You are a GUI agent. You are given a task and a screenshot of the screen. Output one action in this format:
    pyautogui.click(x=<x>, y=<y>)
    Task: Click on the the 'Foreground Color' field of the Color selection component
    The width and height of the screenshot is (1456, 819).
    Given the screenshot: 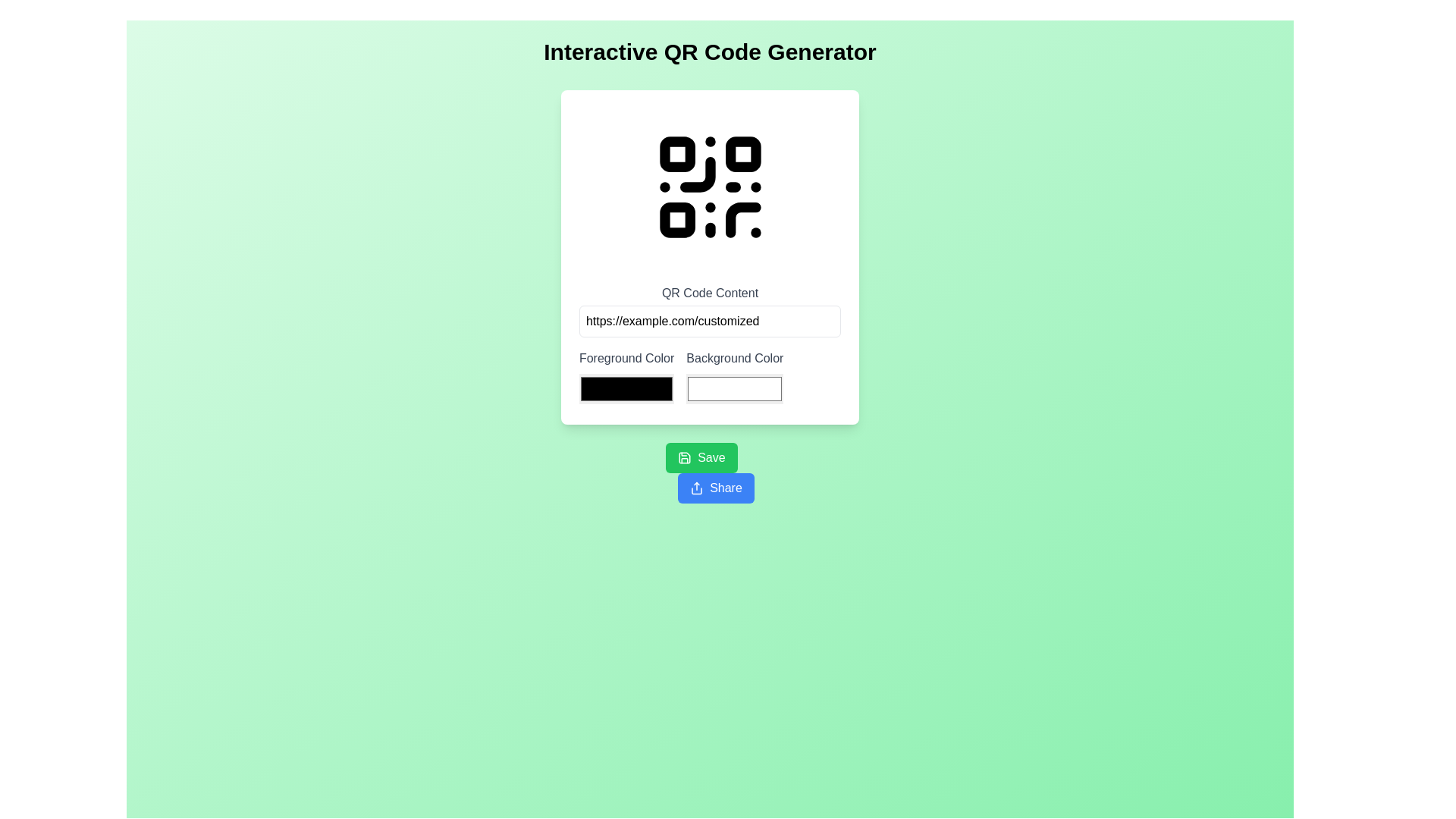 What is the action you would take?
    pyautogui.click(x=709, y=377)
    